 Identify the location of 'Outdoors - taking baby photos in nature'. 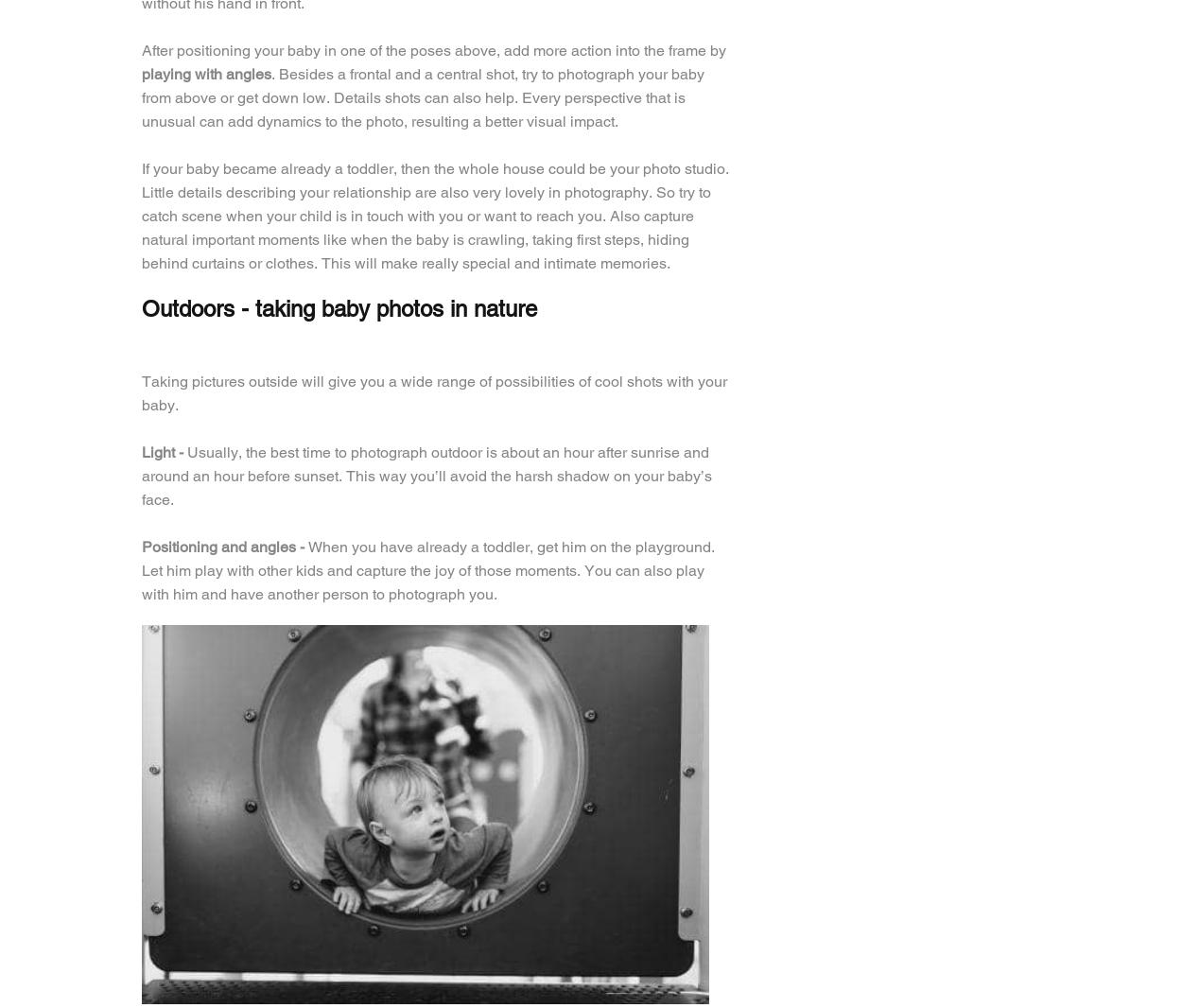
(142, 308).